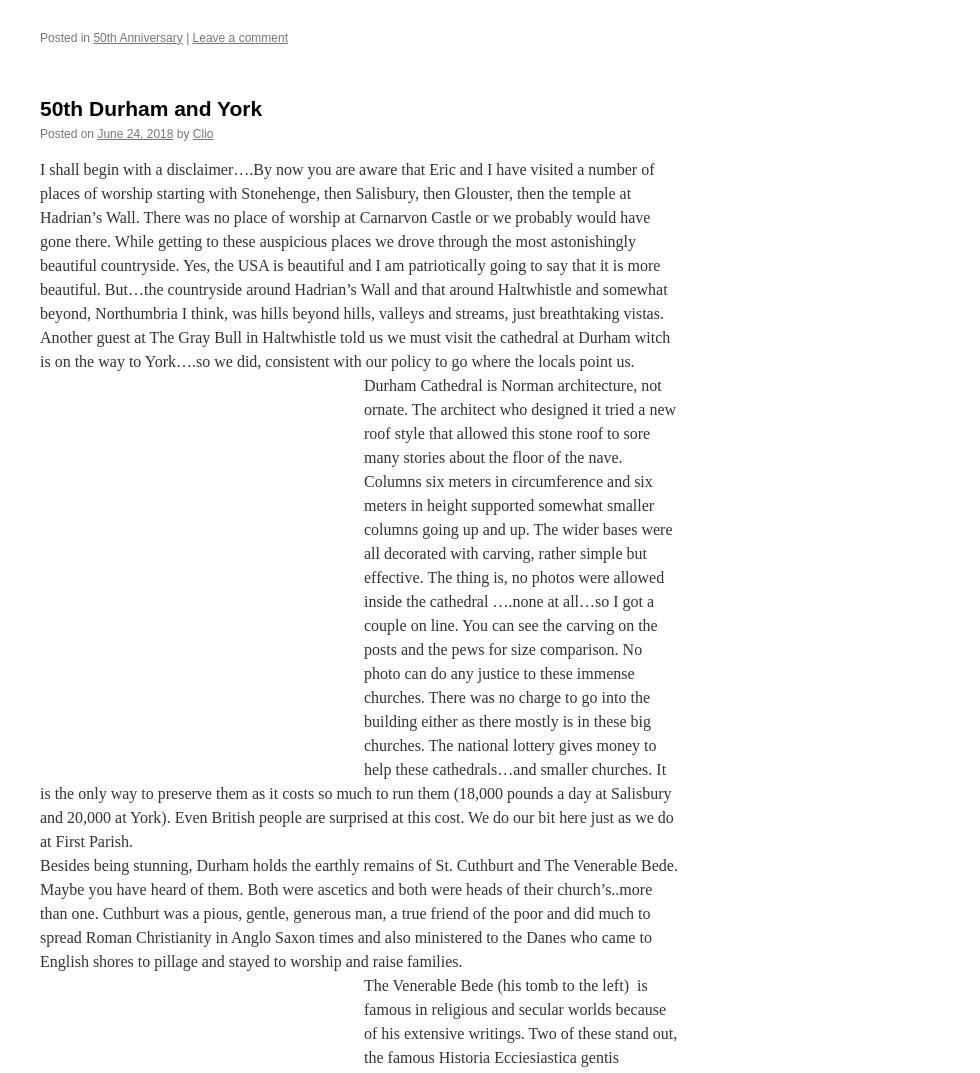  What do you see at coordinates (353, 240) in the screenshot?
I see `'I shall begin with a disclaimer….By now you are aware that Eric and I have visited a number of places of worship starting with Stonehenge, then Salisbury, then Glouster, then the temple at Hadrian’s Wall. There was no place of worship at Carnarvon Castle or we probably would have gone there. While getting to these auspicious places we drove through the most astonishingly beautiful countryside. Yes, the USA is beautiful and I am patriotically going to say that it is more beautiful. But…the countryside around Hadrian’s Wall and that around Haltwhistle and somewhat beyond, Northumbria I think, was hills beyond hills, valleys and streams, just breathtaking vistas.'` at bounding box center [353, 240].